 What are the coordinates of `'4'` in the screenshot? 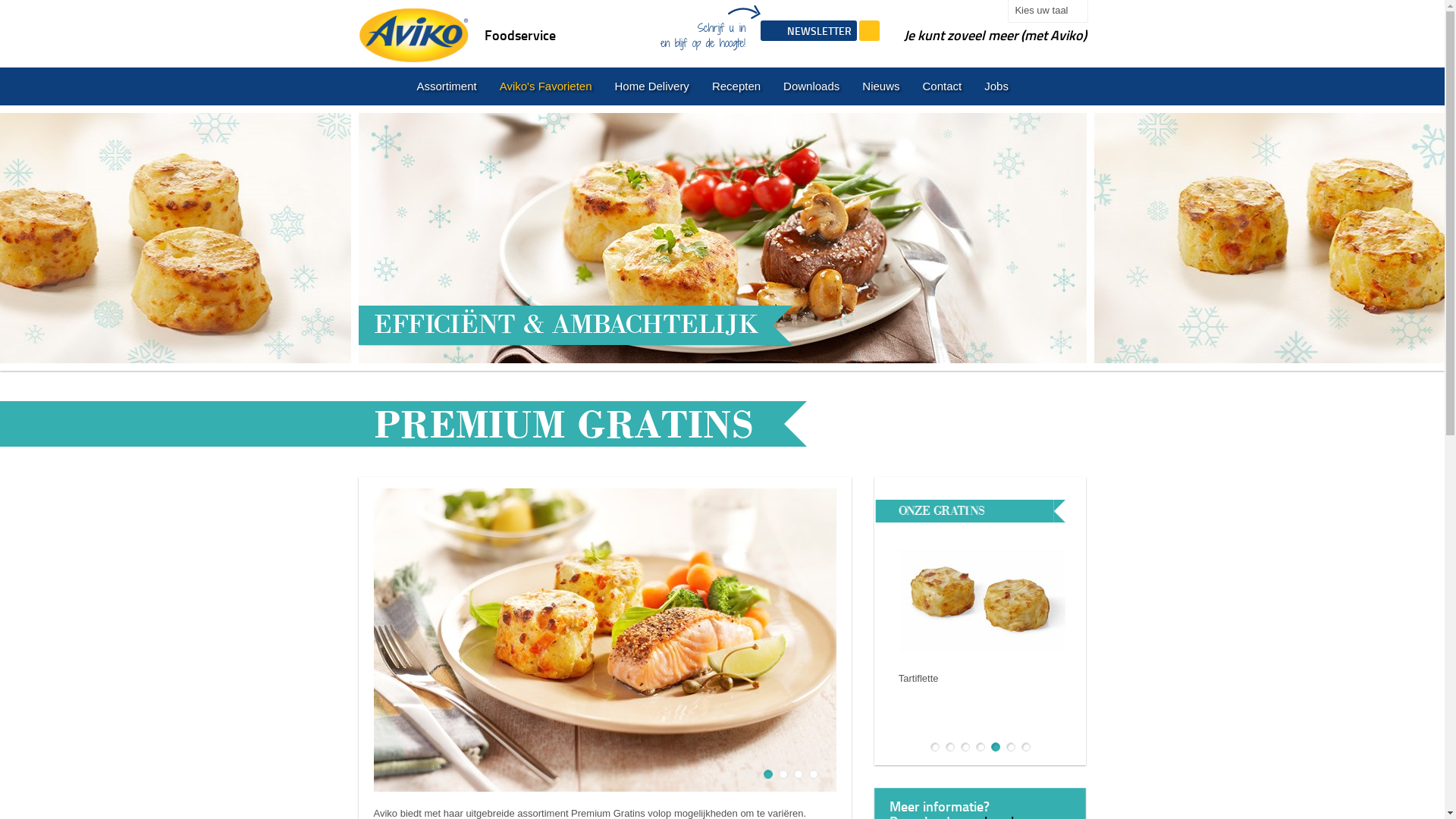 It's located at (980, 745).